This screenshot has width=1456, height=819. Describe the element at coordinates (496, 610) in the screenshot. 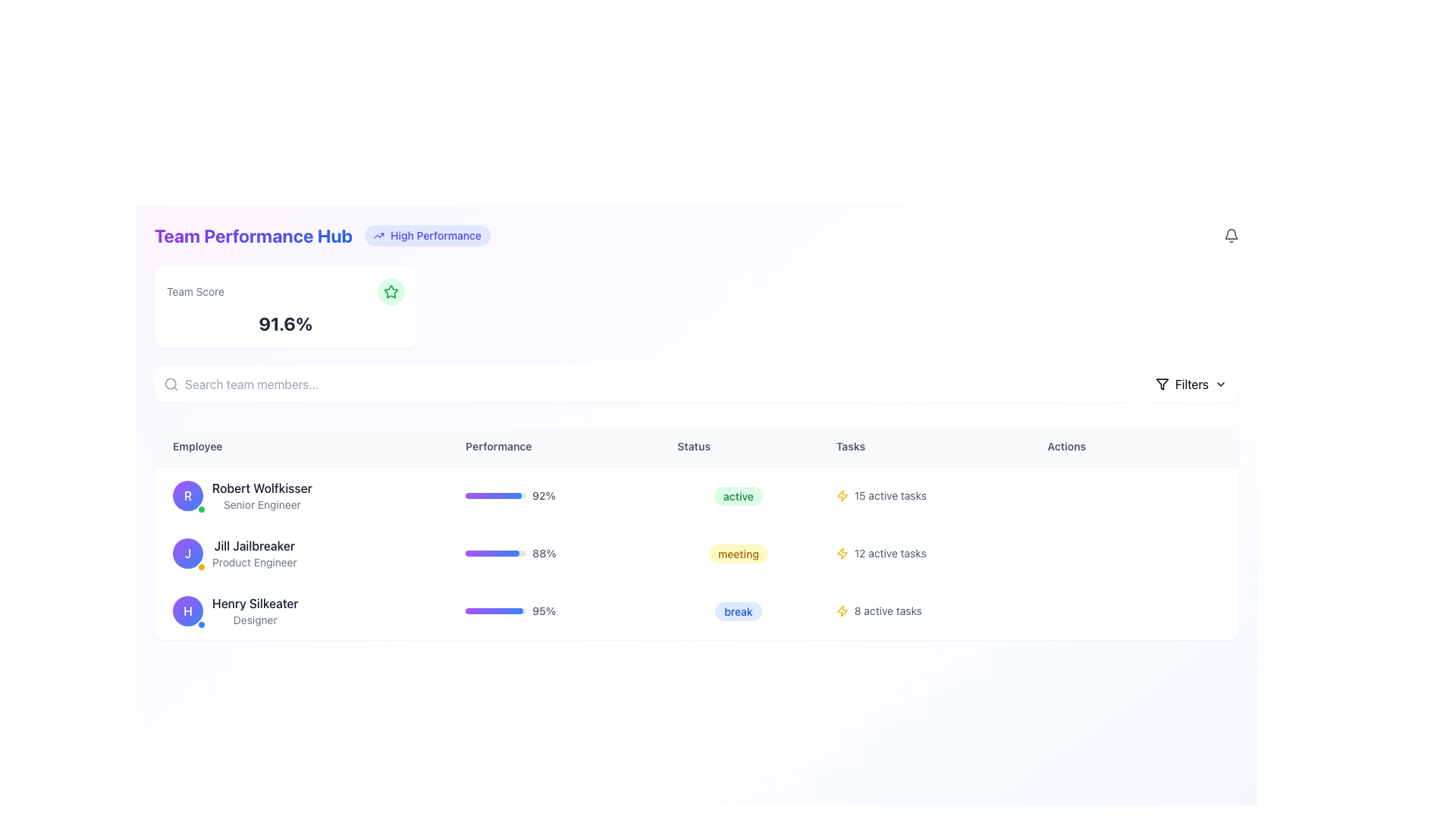

I see `the current state of the progress bar located in the 'Performance' column associated with 'Henry Silkeater', positioned to the left of the text '95%'` at that location.